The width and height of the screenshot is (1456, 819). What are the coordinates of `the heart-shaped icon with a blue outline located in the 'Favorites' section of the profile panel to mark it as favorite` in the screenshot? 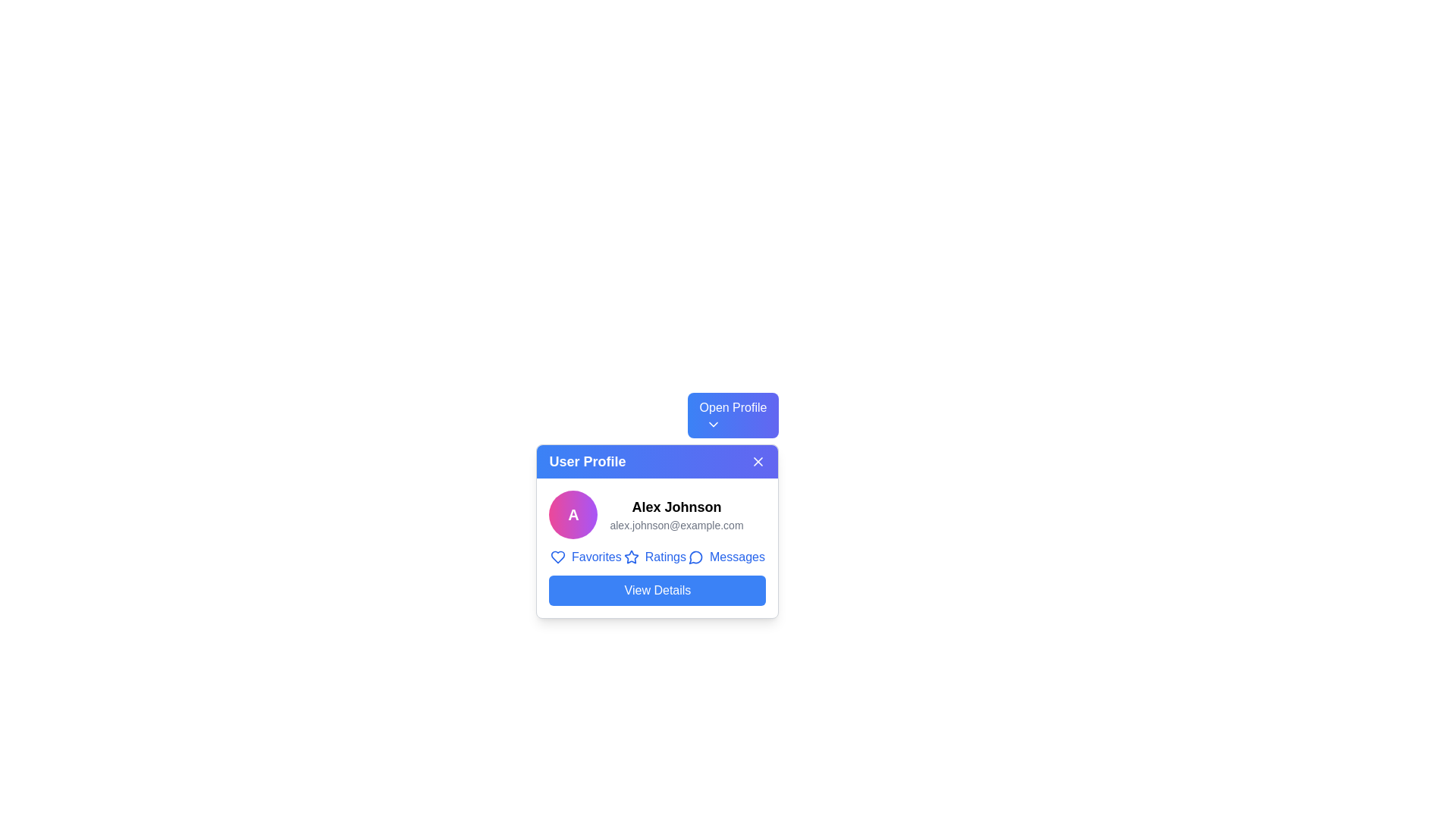 It's located at (557, 557).